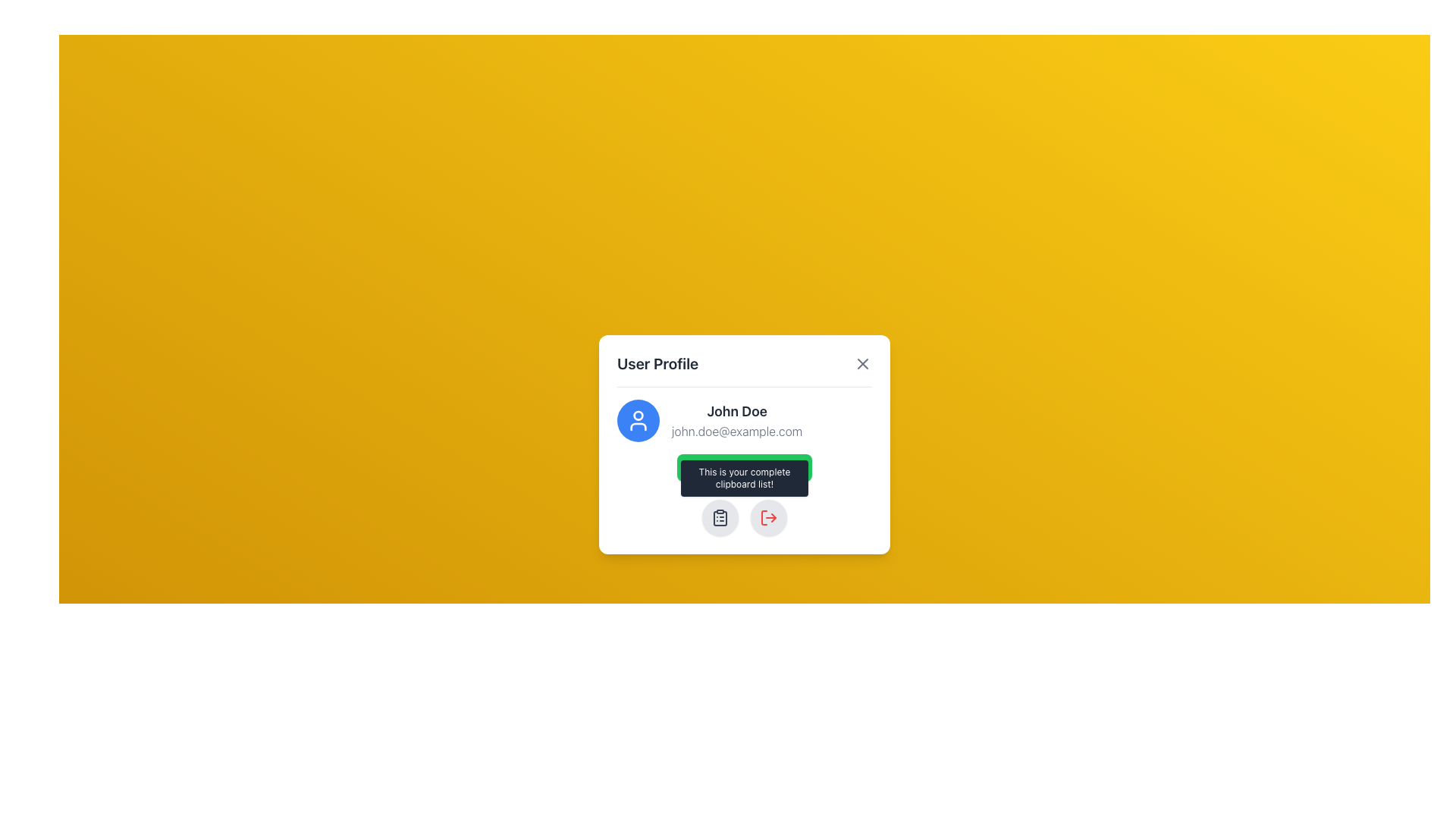  I want to click on the circular blue button containing the SVG icon that represents the user profile, located above the text 'John Doe' and its email, so click(638, 420).